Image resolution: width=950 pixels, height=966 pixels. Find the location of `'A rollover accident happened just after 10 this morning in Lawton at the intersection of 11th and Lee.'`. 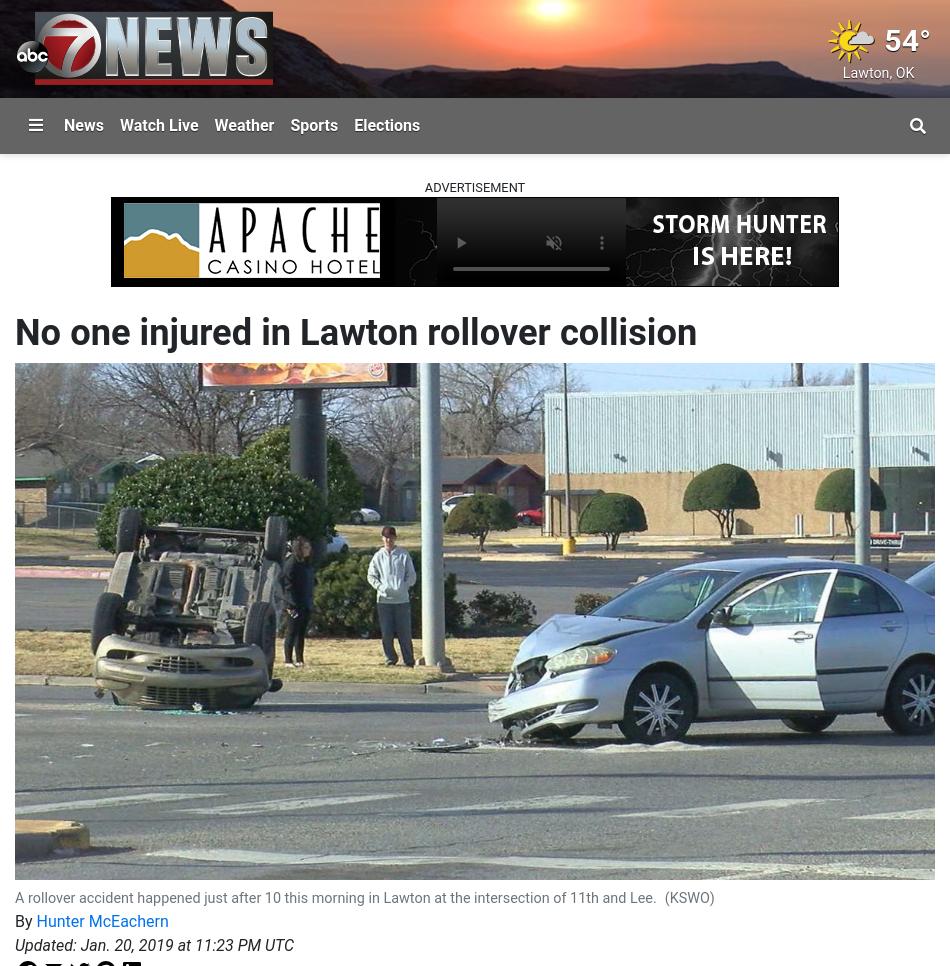

'A rollover accident happened just after 10 this morning in Lawton at the intersection of 11th and Lee.' is located at coordinates (334, 897).